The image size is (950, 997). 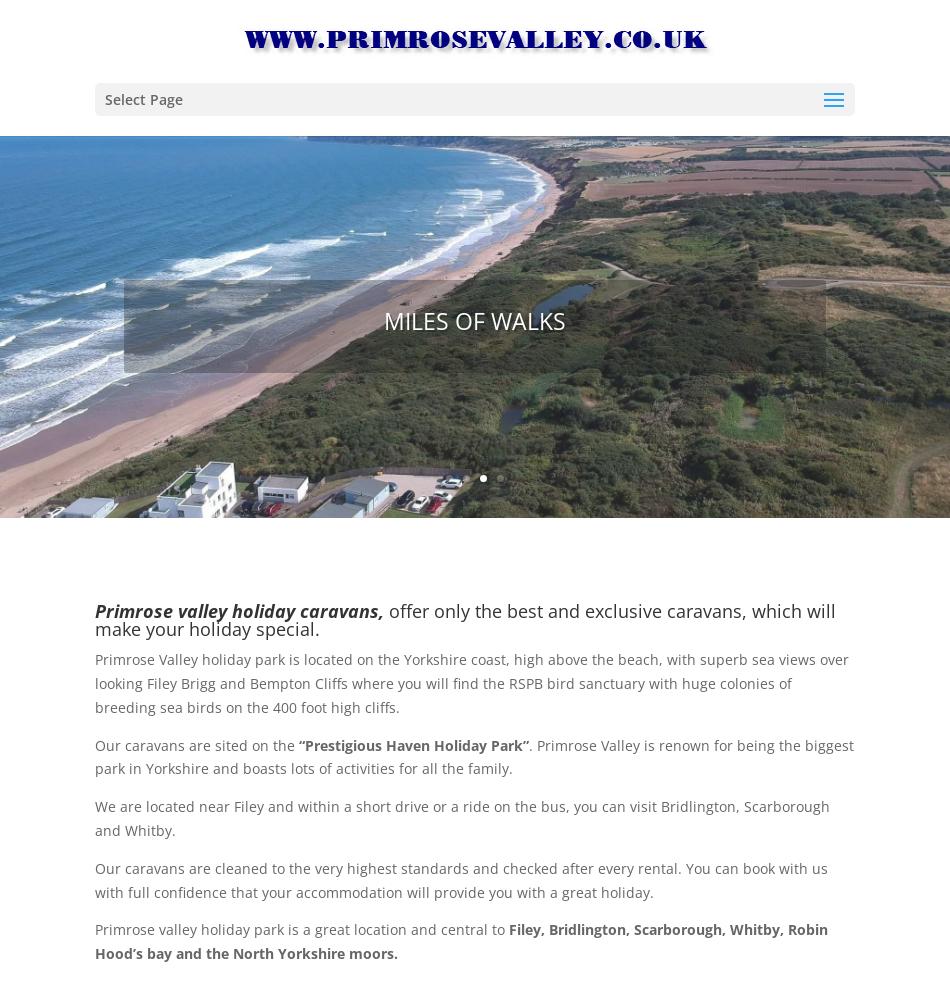 I want to click on 'Select Page', so click(x=104, y=99).